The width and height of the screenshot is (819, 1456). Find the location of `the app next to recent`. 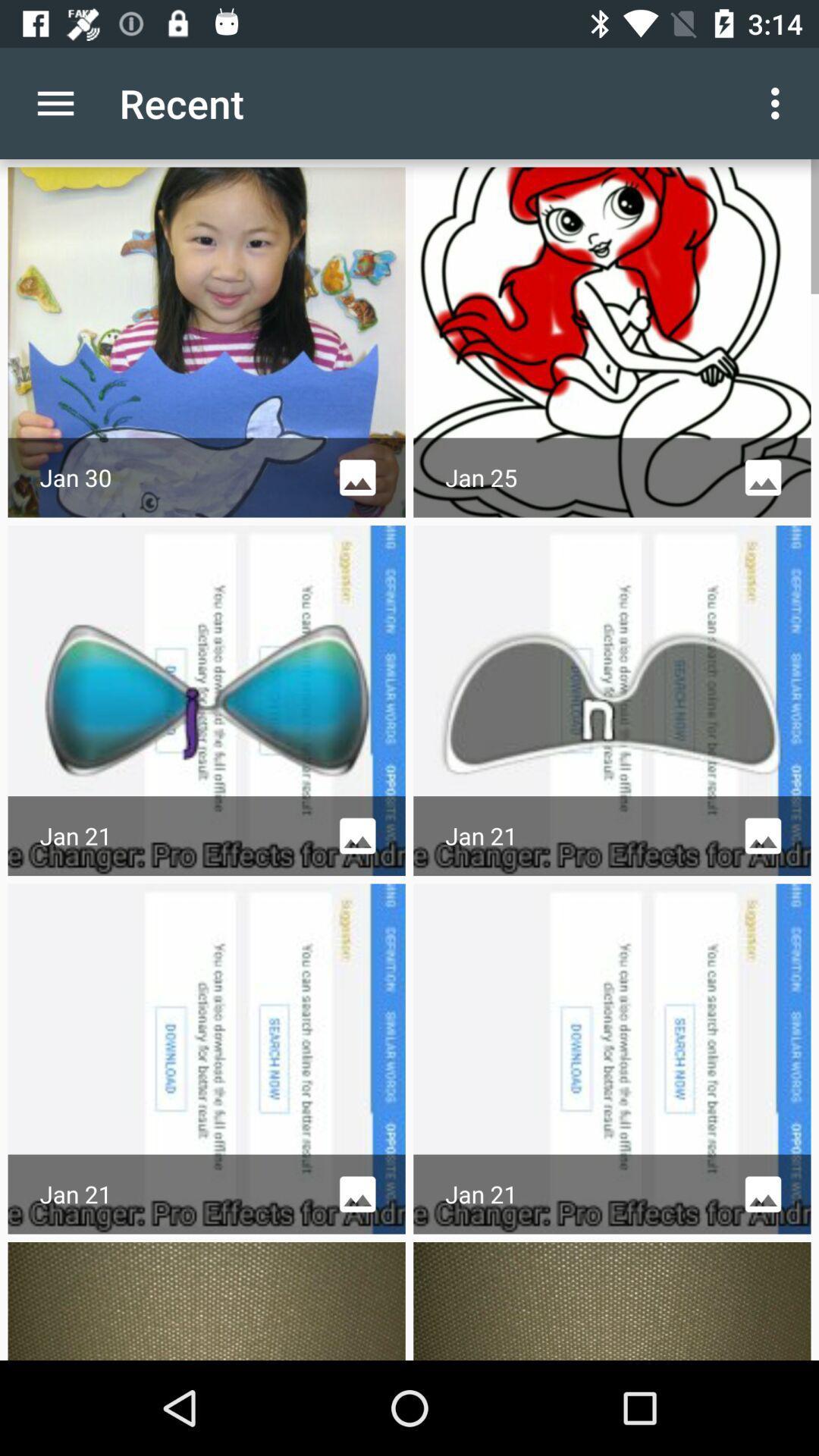

the app next to recent is located at coordinates (779, 102).